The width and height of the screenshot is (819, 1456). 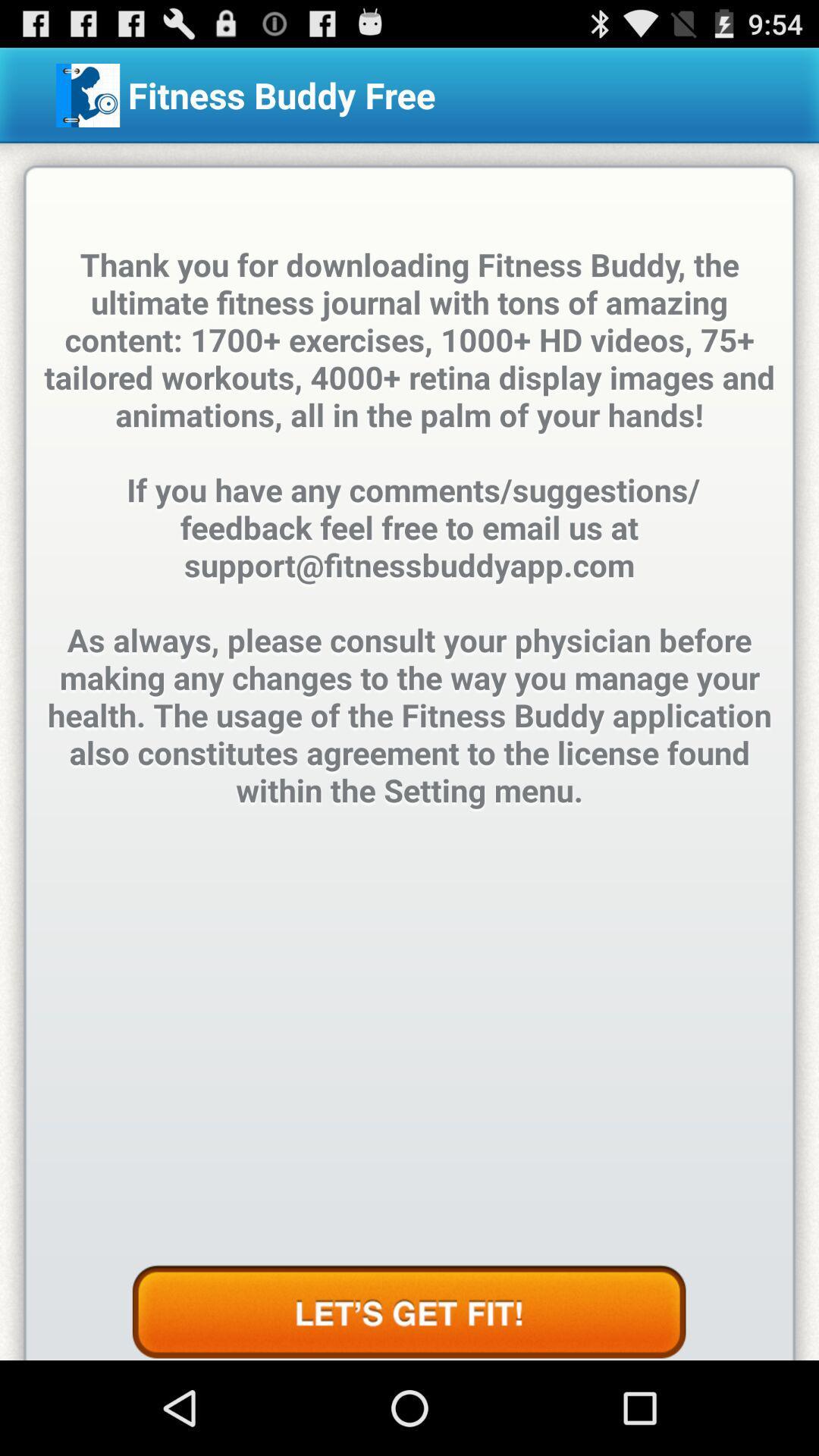 What do you see at coordinates (408, 1312) in the screenshot?
I see `see more information on how to get fit` at bounding box center [408, 1312].